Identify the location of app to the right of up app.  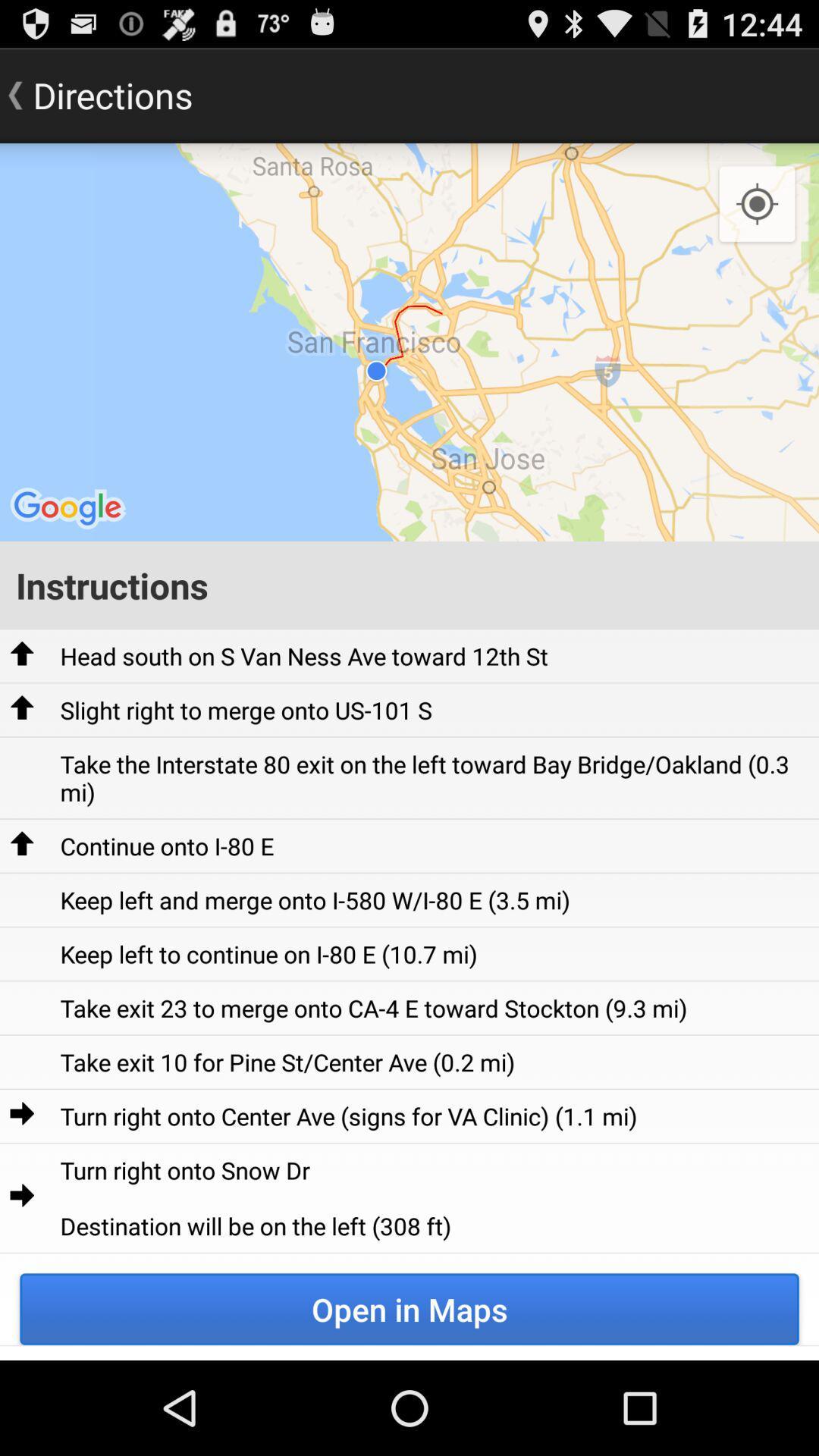
(245, 709).